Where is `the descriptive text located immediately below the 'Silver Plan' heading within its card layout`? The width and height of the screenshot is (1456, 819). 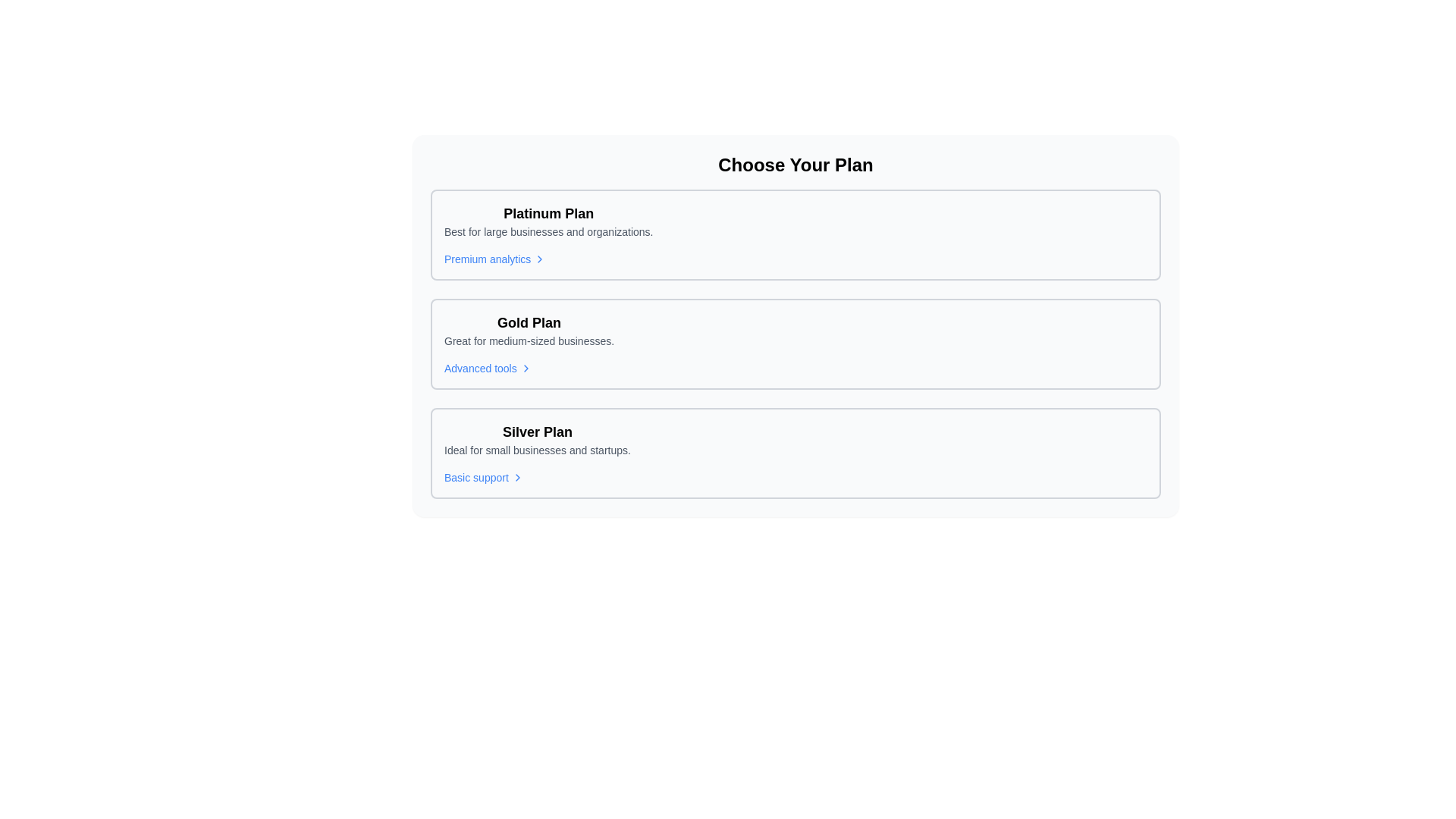
the descriptive text located immediately below the 'Silver Plan' heading within its card layout is located at coordinates (537, 450).